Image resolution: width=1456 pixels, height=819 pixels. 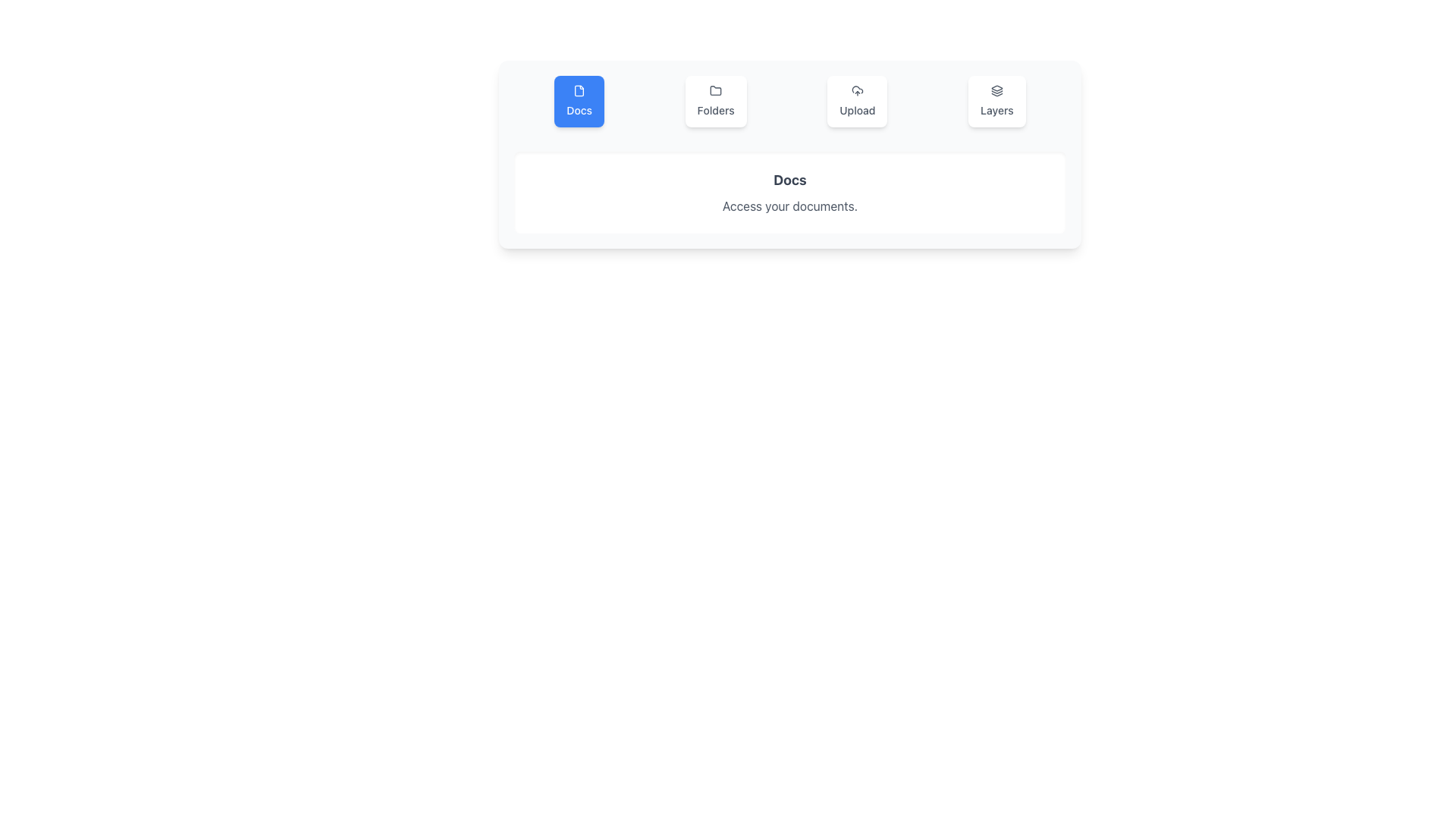 What do you see at coordinates (715, 102) in the screenshot?
I see `the second button in the toolbar` at bounding box center [715, 102].